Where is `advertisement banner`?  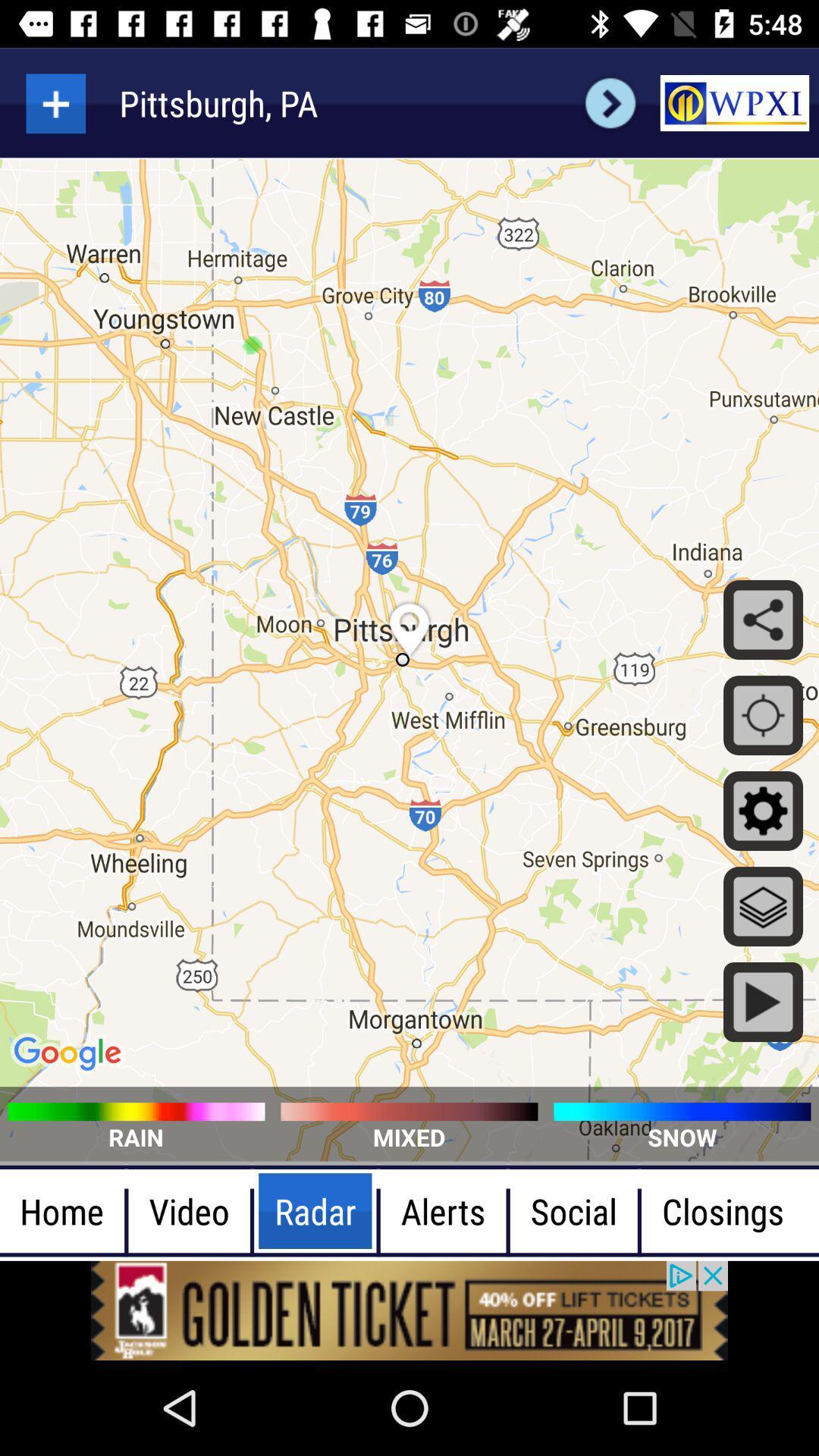 advertisement banner is located at coordinates (409, 1310).